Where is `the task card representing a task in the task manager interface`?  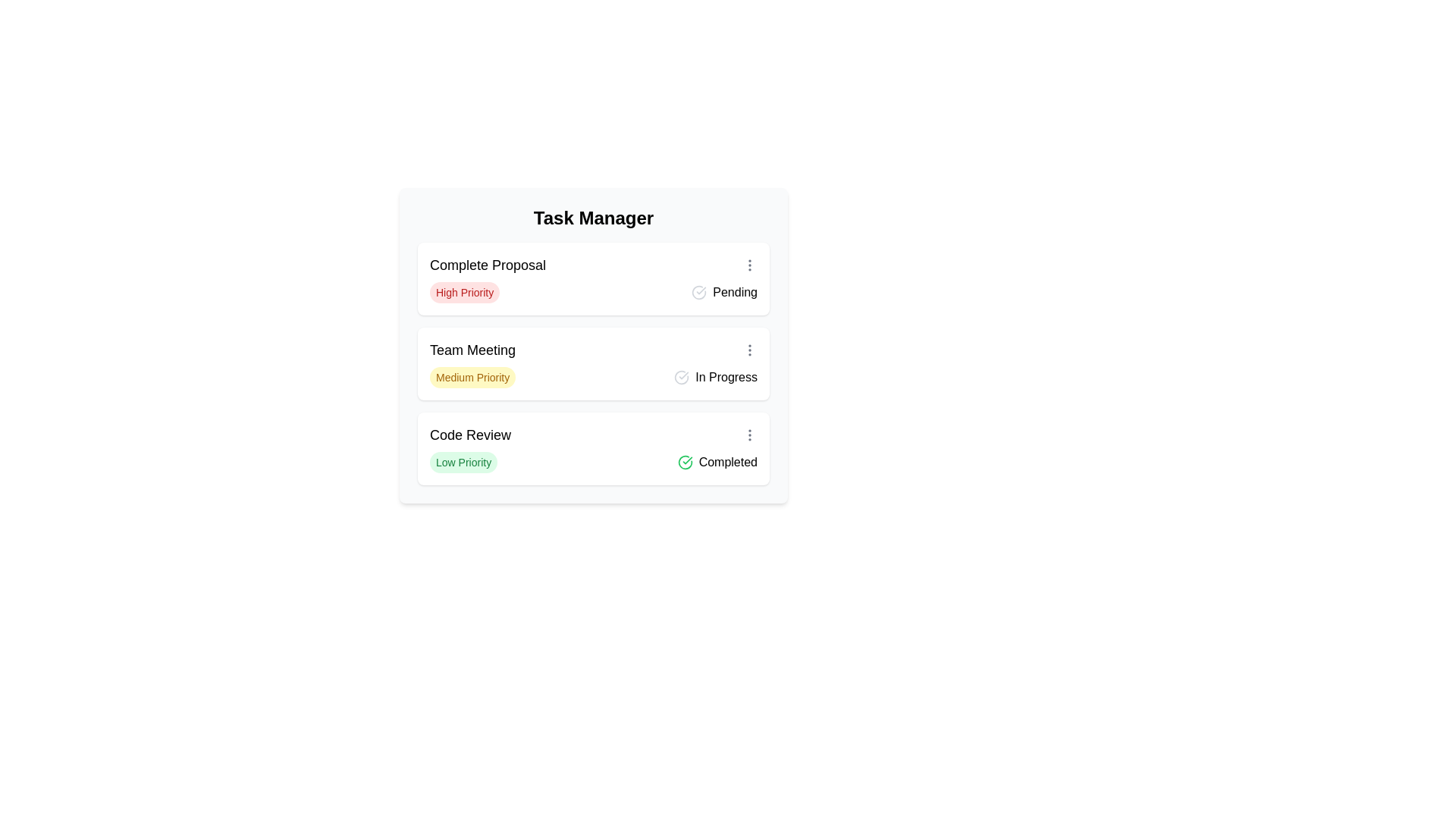
the task card representing a task in the task manager interface is located at coordinates (592, 363).